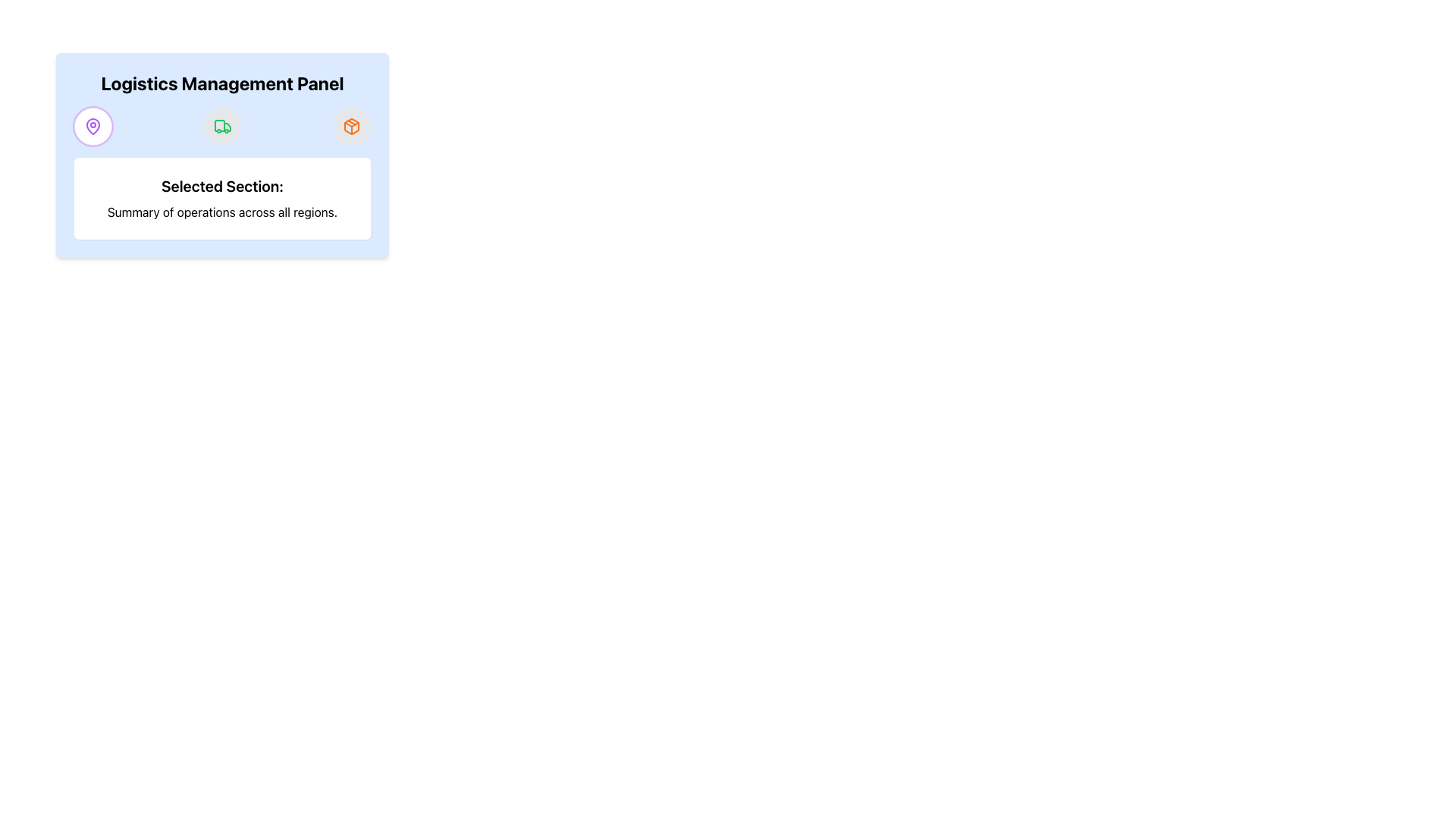 The image size is (1456, 819). I want to click on the third and rightmost icon in the header section of the Logistics Management Panel, which likely relates to package management or tracking, so click(351, 125).